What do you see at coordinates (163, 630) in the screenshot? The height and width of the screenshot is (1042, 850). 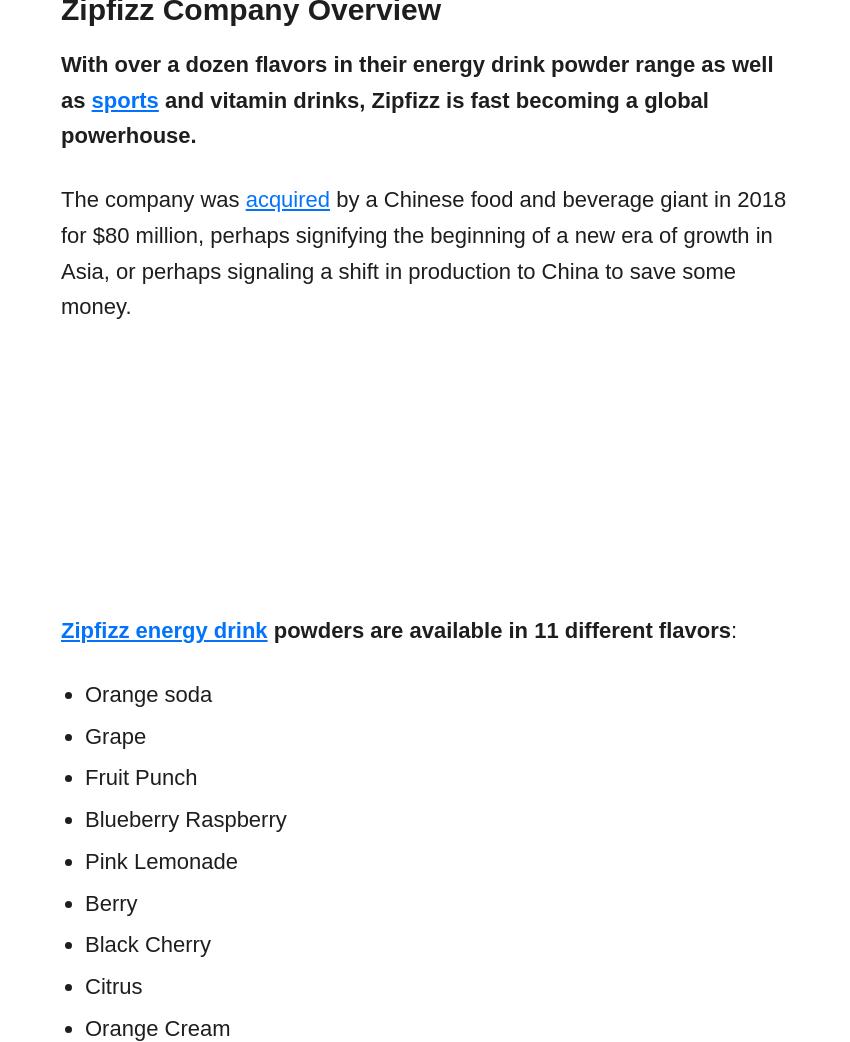 I see `'Zipfizz energy drink'` at bounding box center [163, 630].